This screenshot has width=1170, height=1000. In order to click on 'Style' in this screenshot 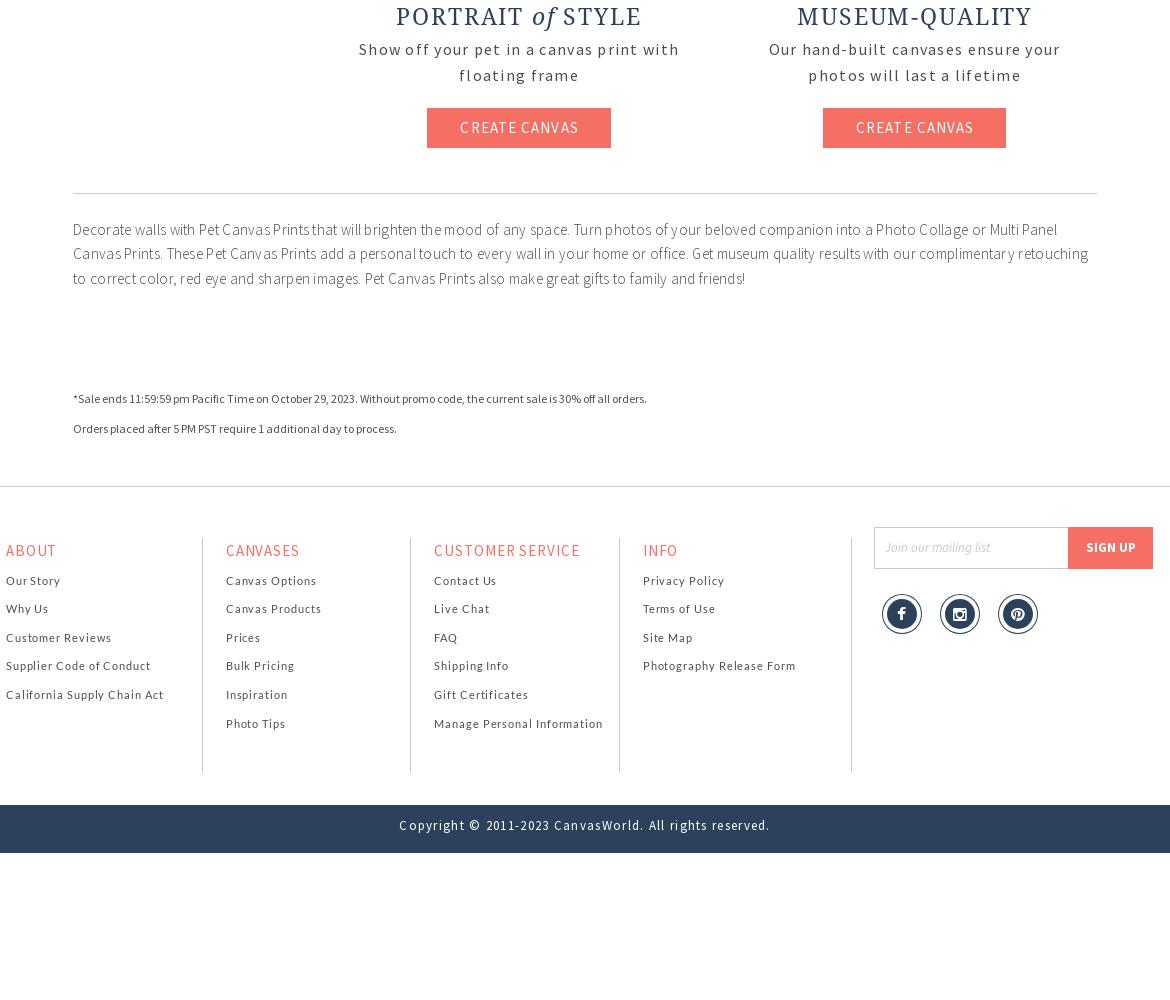, I will do `click(597, 17)`.